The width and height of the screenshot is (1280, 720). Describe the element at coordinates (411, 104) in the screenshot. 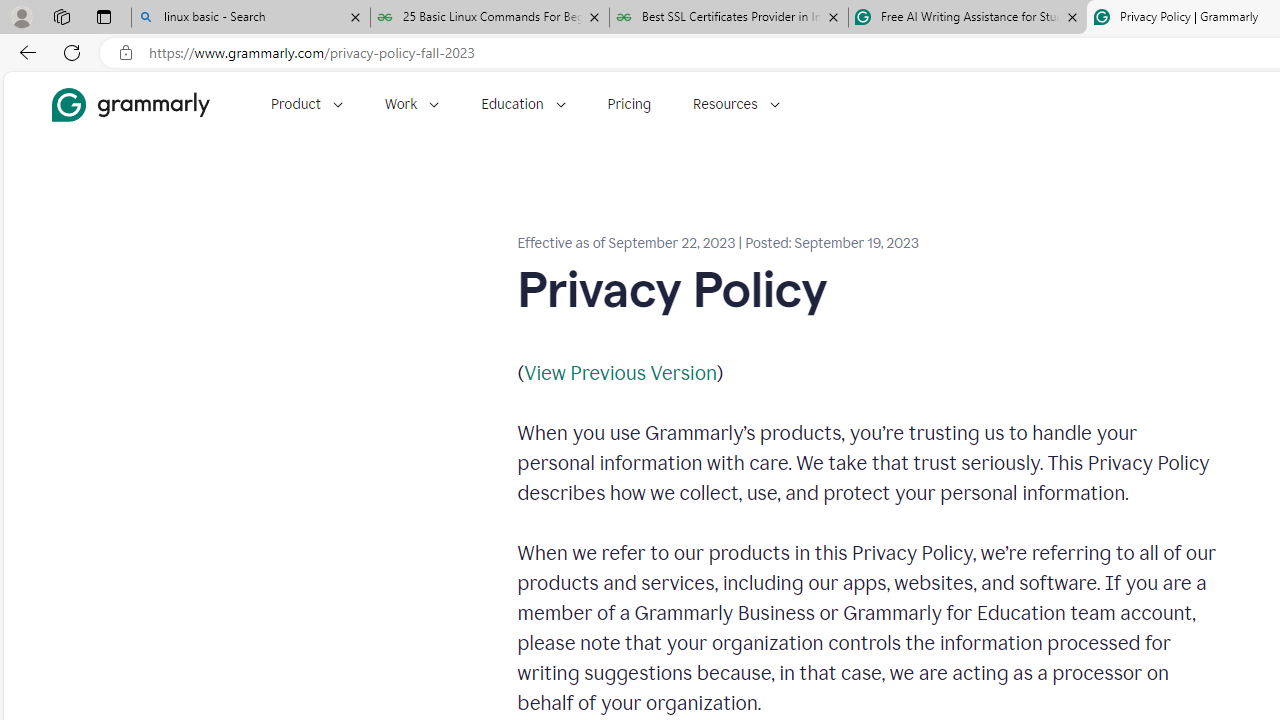

I see `'Work'` at that location.